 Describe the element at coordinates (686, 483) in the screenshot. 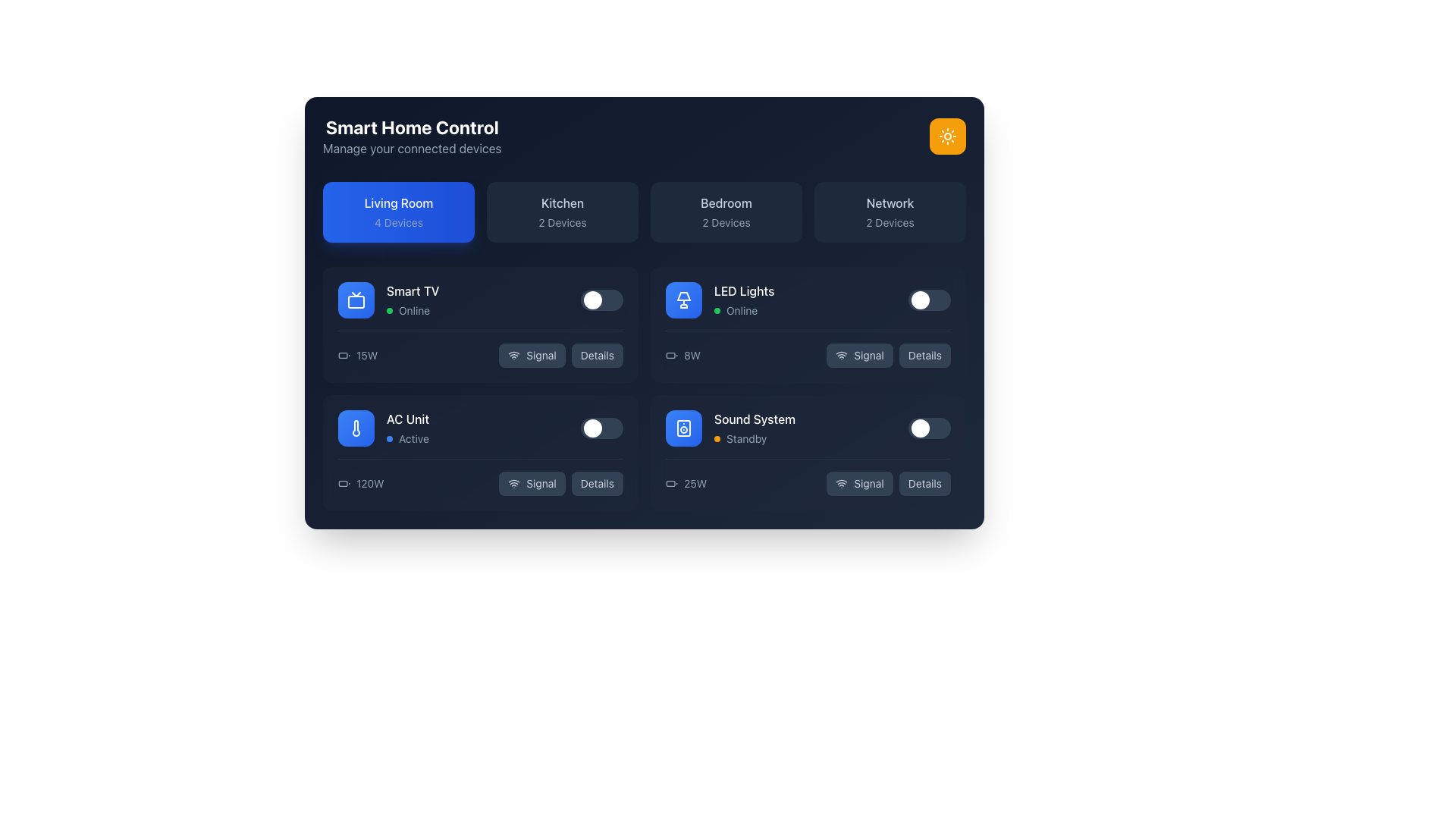

I see `the Text Label with Icon displaying '25W' and a battery icon, located in the bottom-right section of the 'Smart Home Control' grid interface within the 'Sound System' tile` at that location.